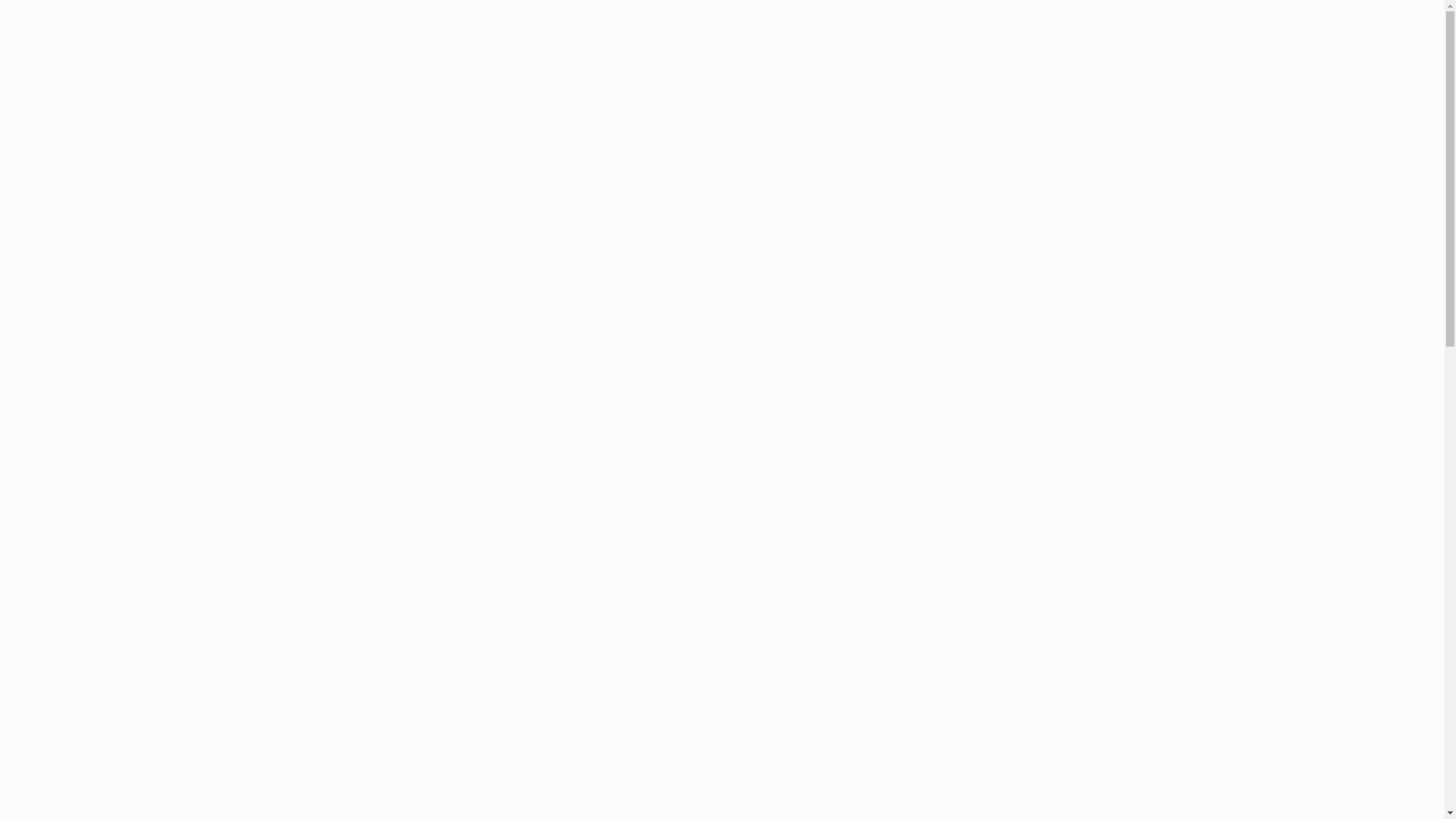 Image resolution: width=1456 pixels, height=819 pixels. Describe the element at coordinates (792, 45) in the screenshot. I see `'Pays dans le Pays'` at that location.